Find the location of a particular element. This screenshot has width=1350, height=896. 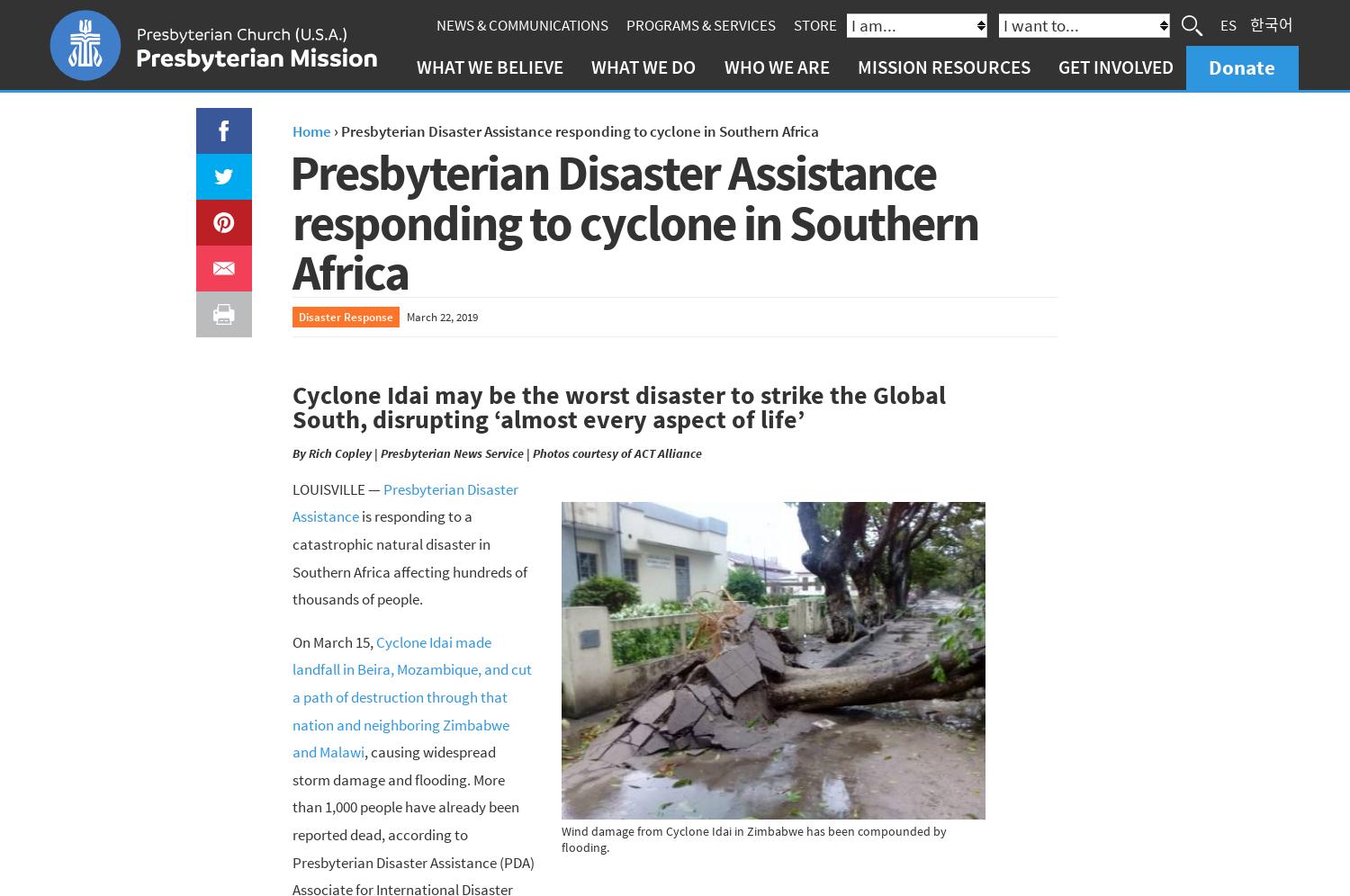

'What We Believe' is located at coordinates (490, 66).